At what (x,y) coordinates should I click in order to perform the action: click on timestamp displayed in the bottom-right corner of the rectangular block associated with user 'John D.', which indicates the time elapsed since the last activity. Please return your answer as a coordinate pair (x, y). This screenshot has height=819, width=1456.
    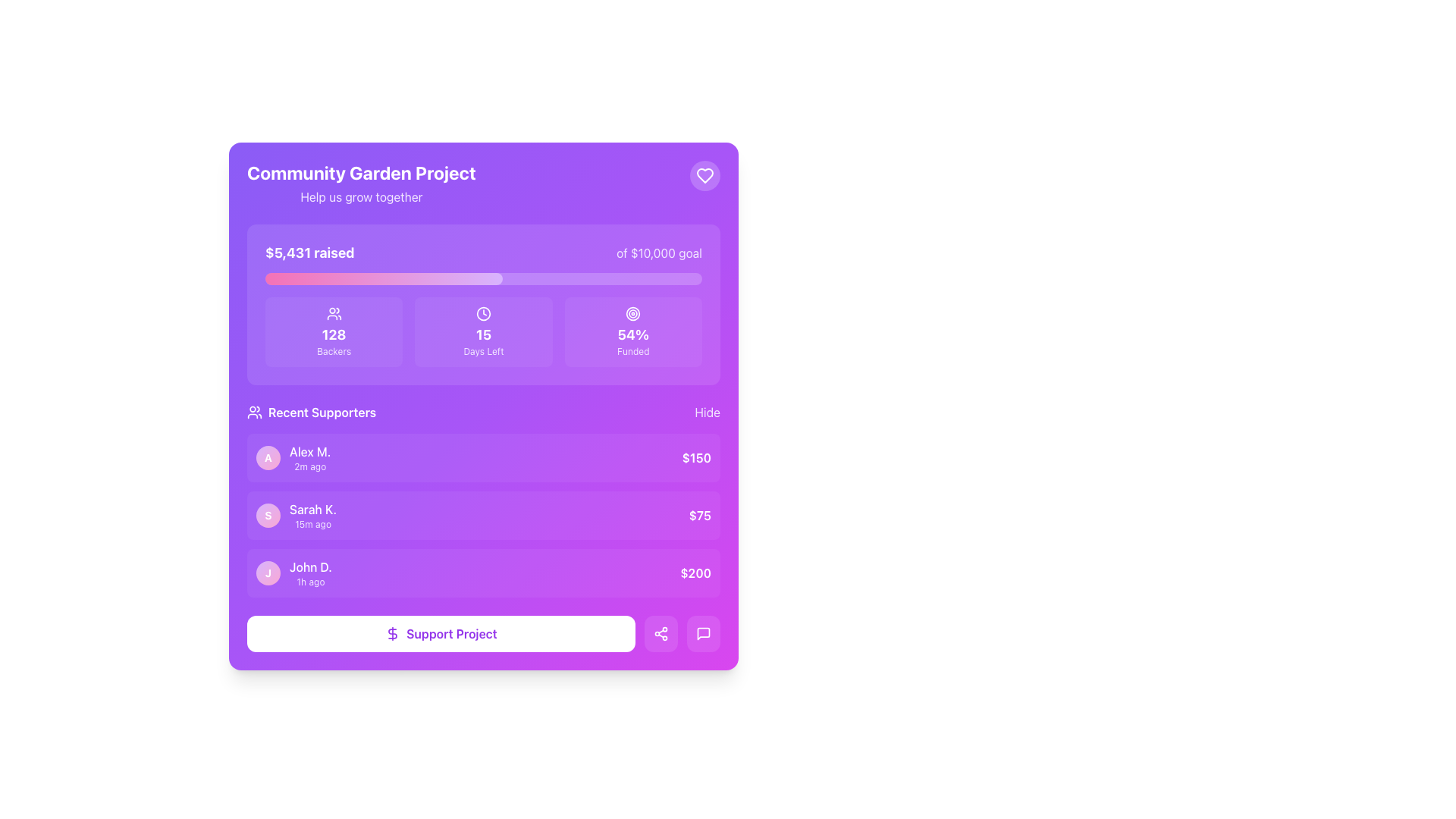
    Looking at the image, I should click on (309, 581).